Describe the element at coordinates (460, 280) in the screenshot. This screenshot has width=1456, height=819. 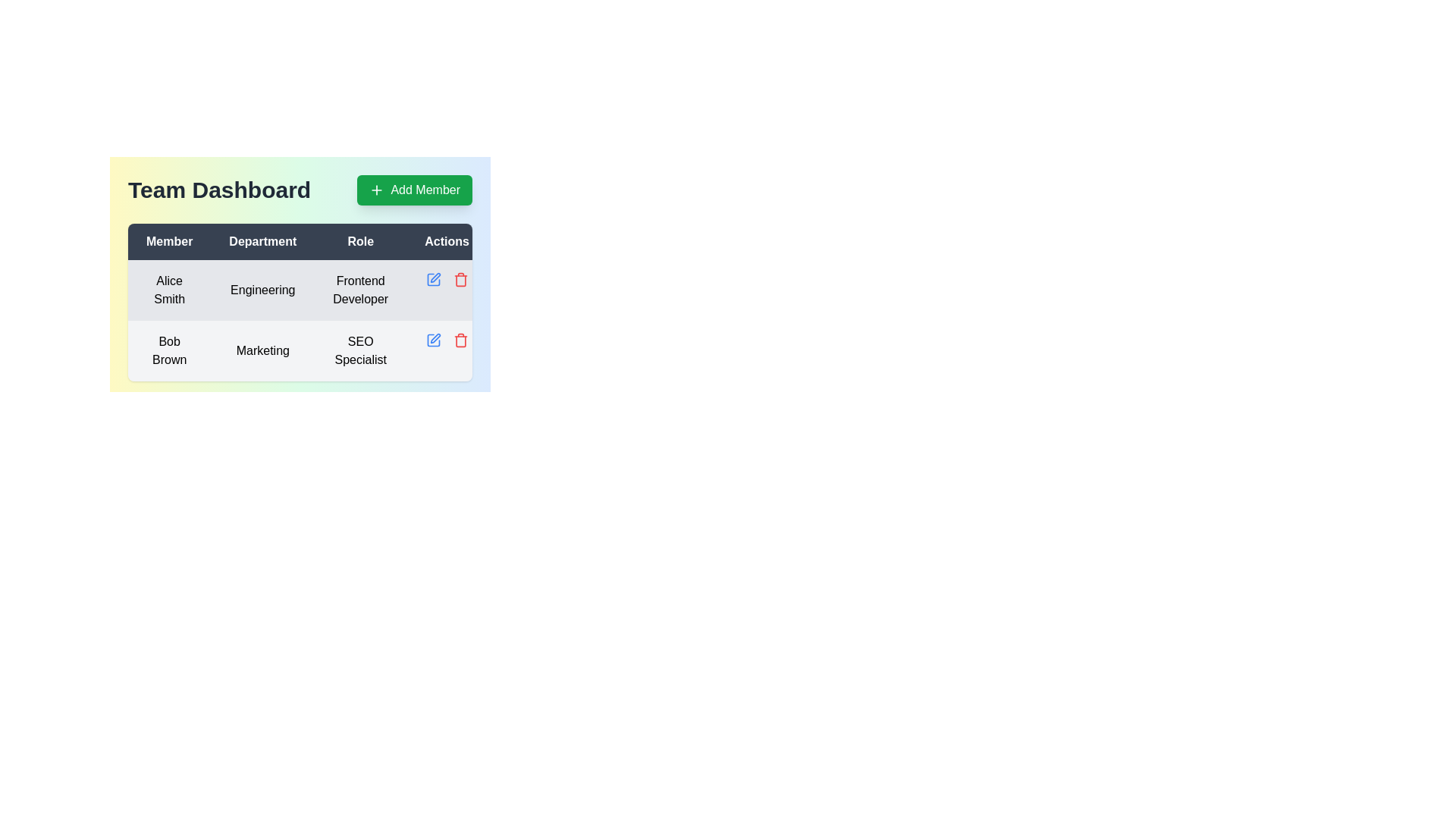
I see `the delete icon located` at that location.